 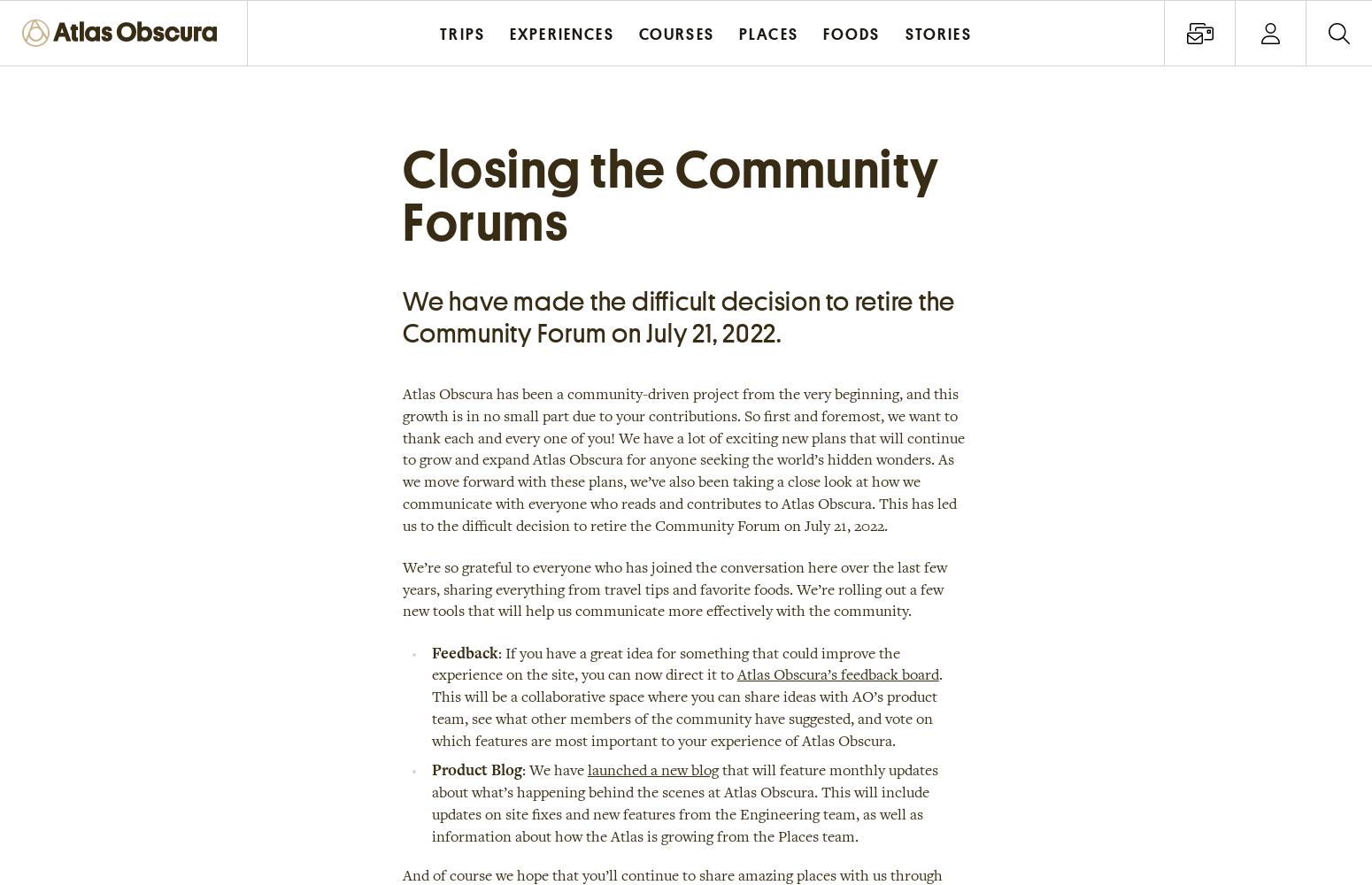 What do you see at coordinates (678, 317) in the screenshot?
I see `'We have made the difficult decision to retire the Community Forum on July 21, 2022.'` at bounding box center [678, 317].